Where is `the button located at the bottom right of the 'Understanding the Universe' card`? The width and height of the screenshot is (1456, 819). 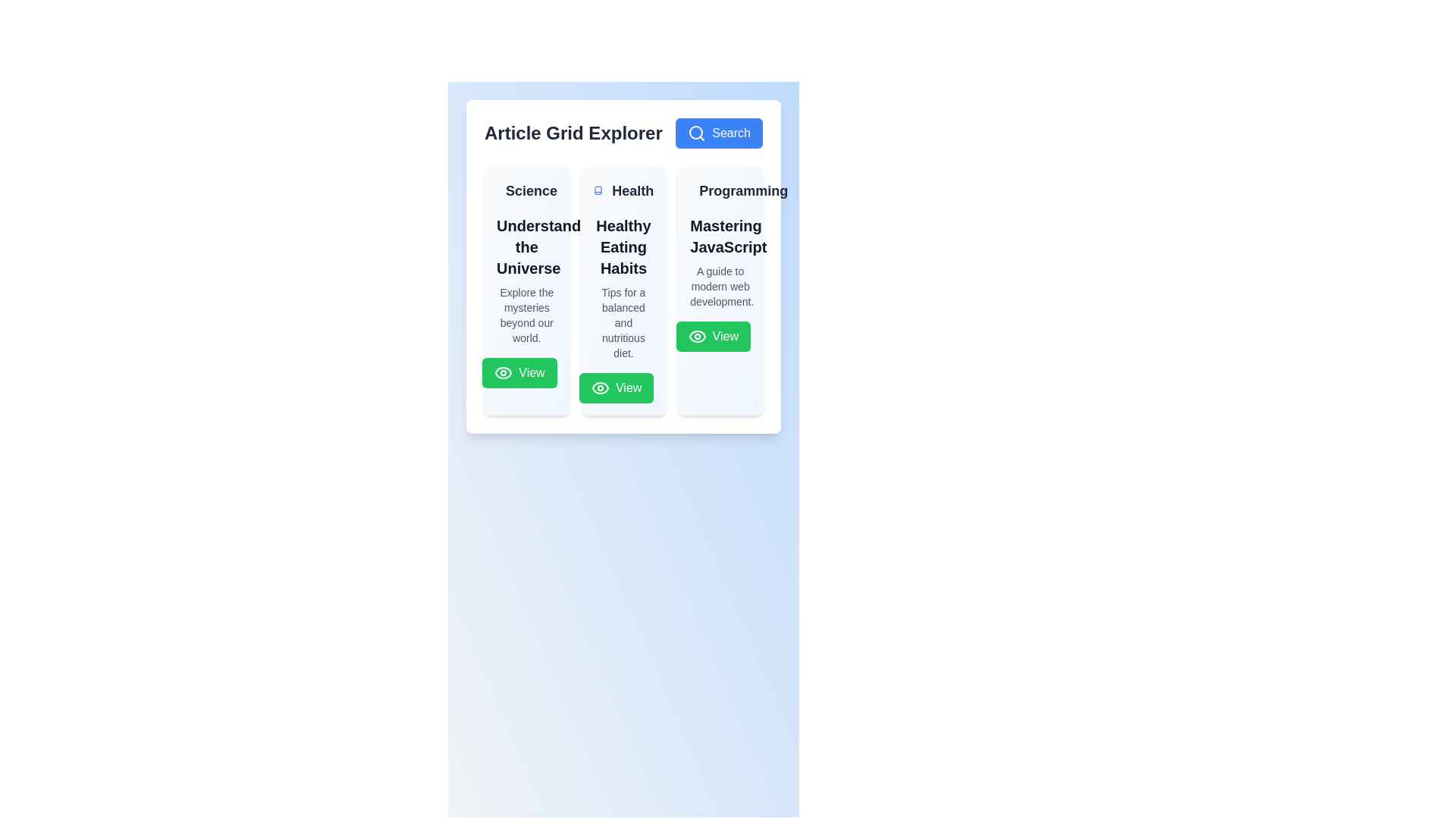 the button located at the bottom right of the 'Understanding the Universe' card is located at coordinates (526, 373).